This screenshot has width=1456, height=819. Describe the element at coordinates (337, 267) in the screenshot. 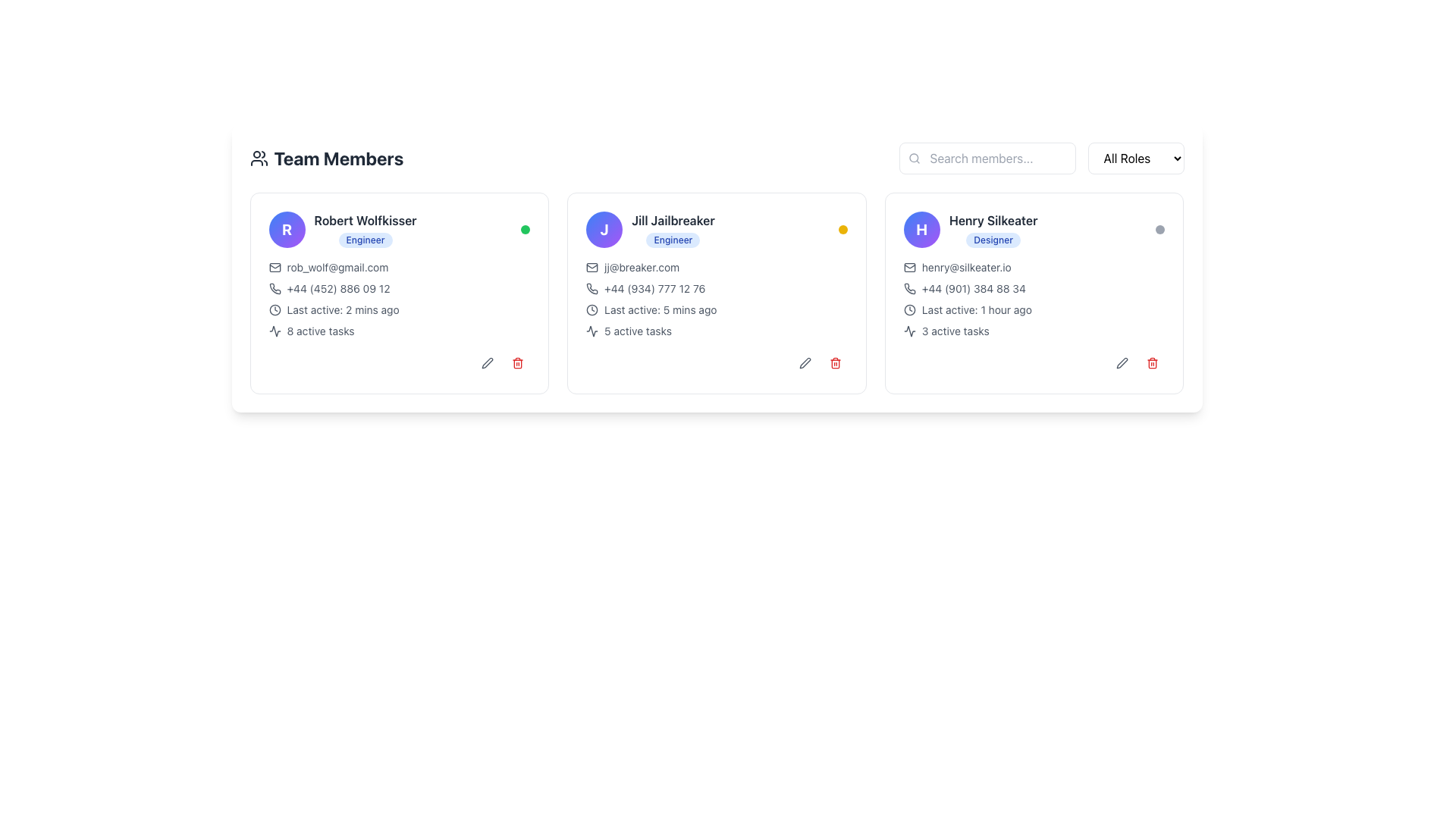

I see `the email hyperlink located in the leftmost profile card under the 'Team Members' section` at that location.